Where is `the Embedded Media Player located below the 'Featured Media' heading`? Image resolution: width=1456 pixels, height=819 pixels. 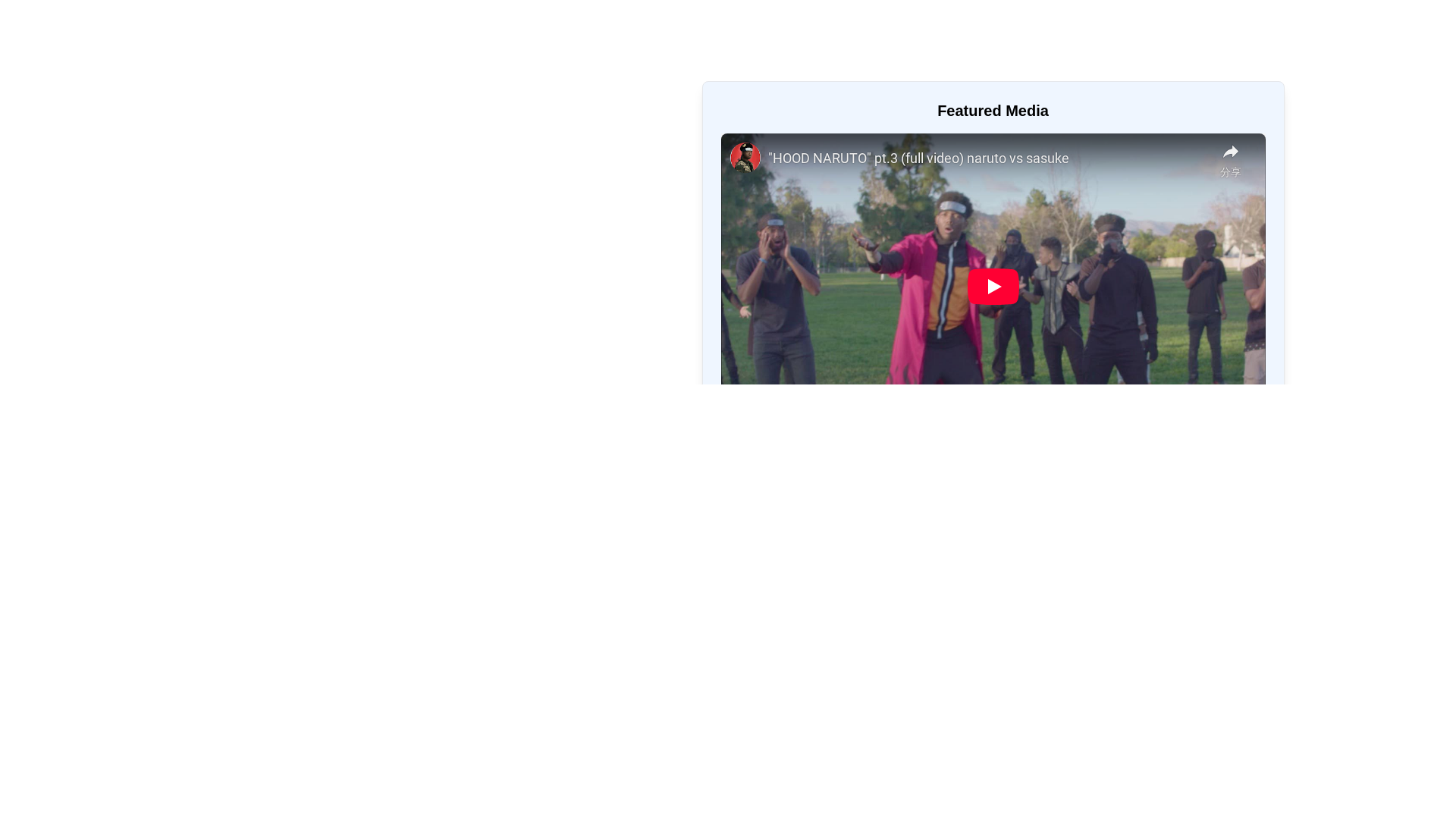
the Embedded Media Player located below the 'Featured Media' heading is located at coordinates (993, 286).